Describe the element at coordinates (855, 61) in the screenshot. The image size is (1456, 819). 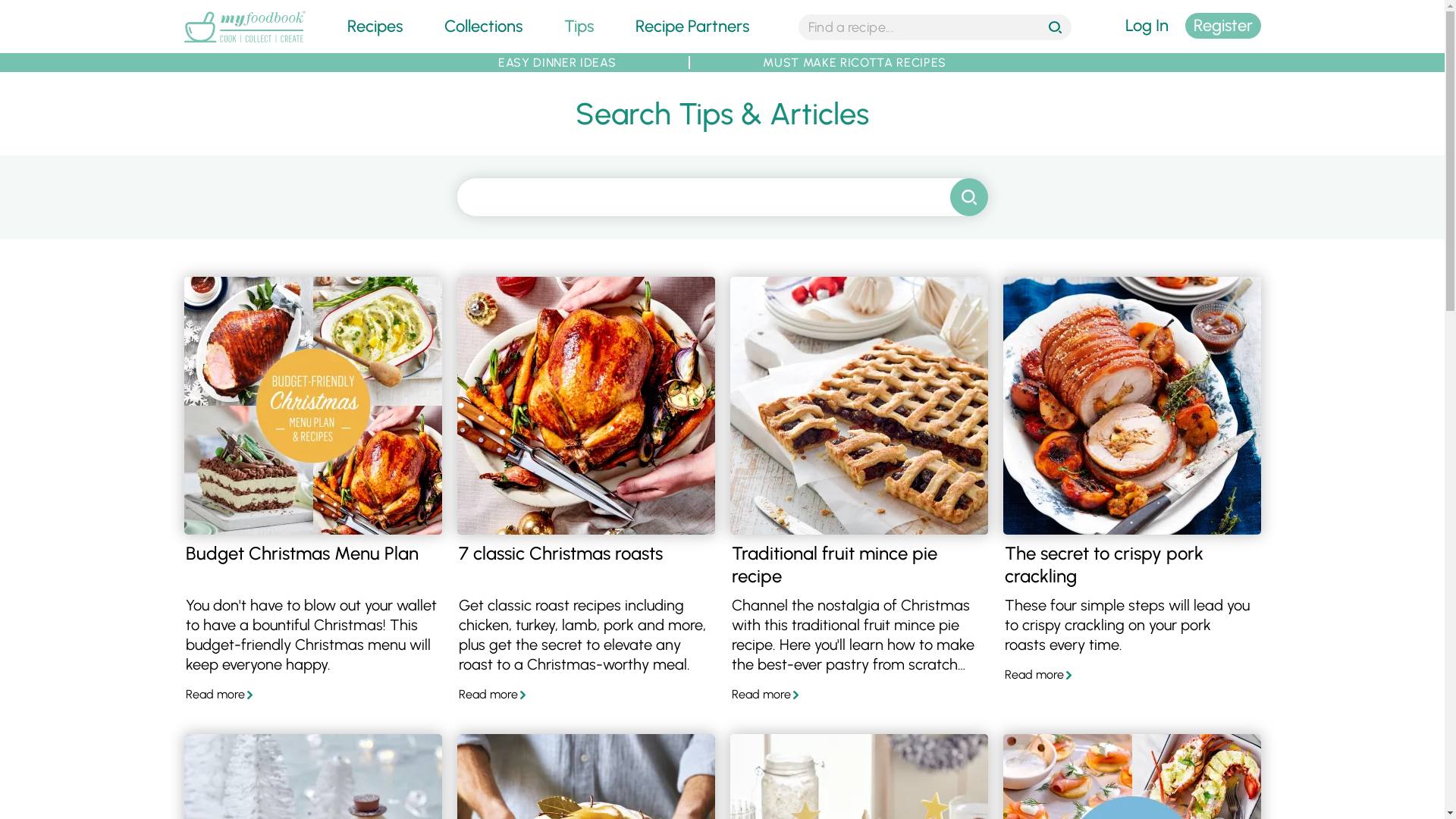
I see `'MUST MAKE RICOTTA RECIPES'` at that location.